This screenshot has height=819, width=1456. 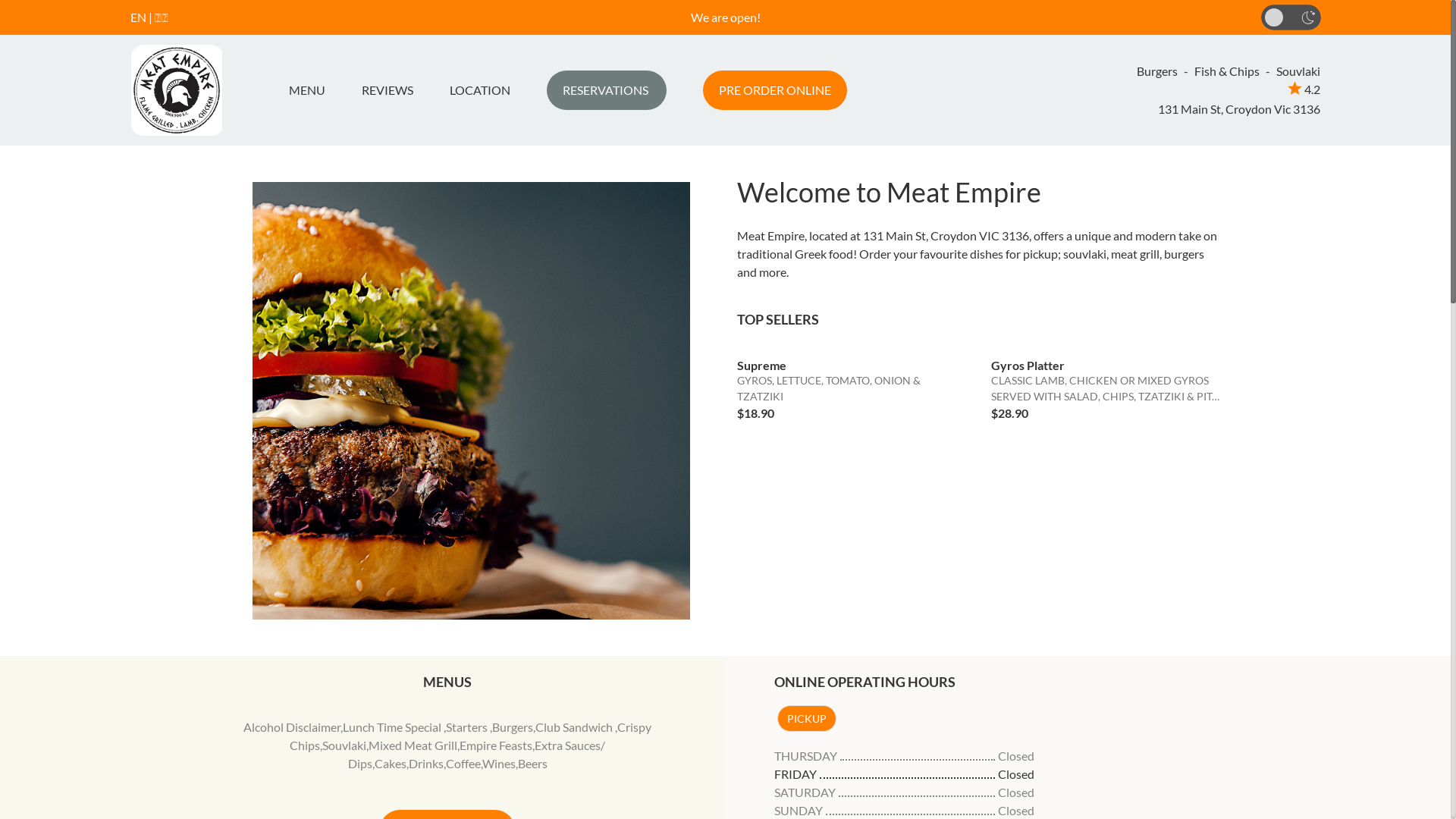 What do you see at coordinates (467, 726) in the screenshot?
I see `'Starters'` at bounding box center [467, 726].